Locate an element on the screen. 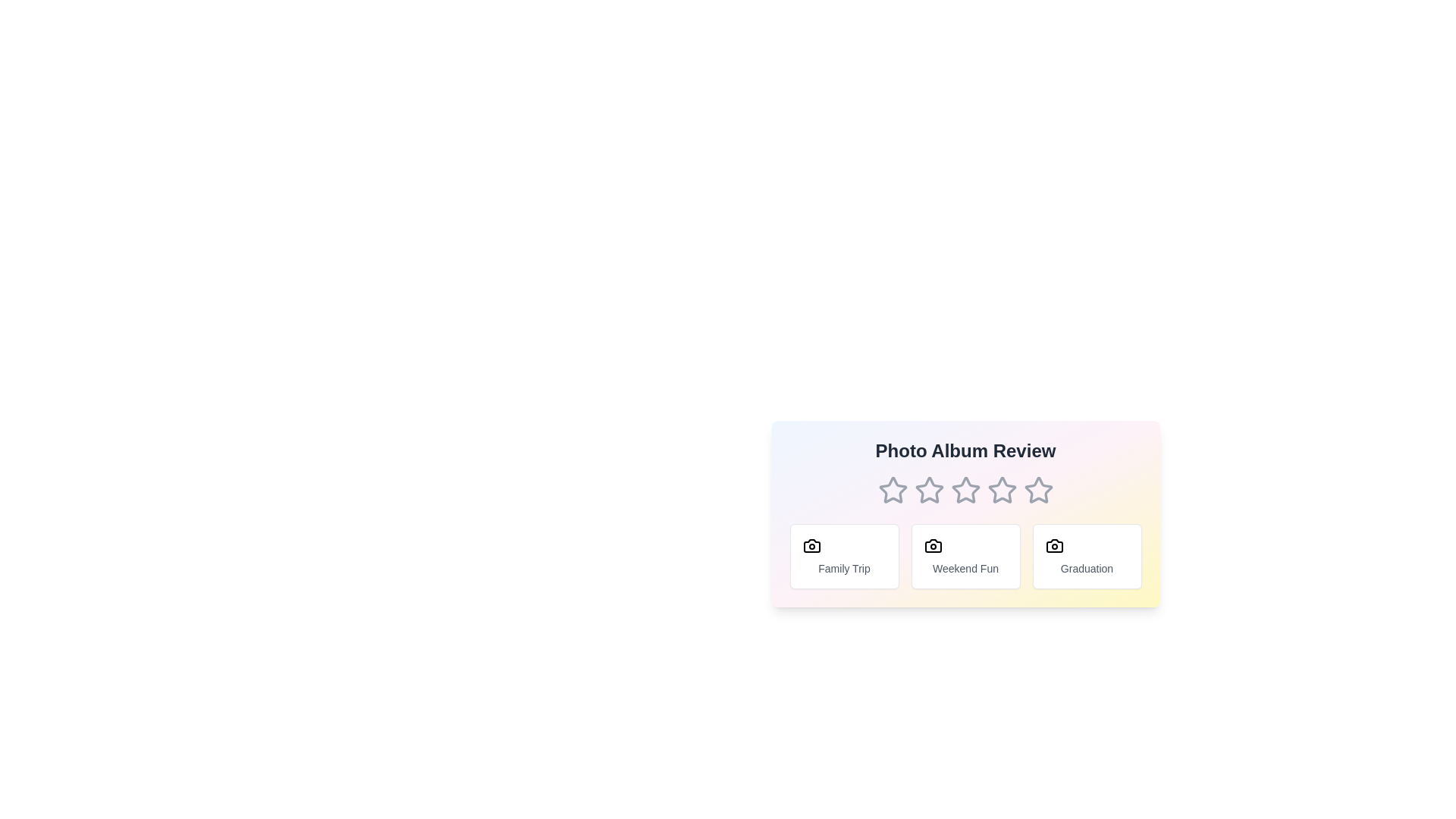  the 3 star to set the rating is located at coordinates (965, 491).